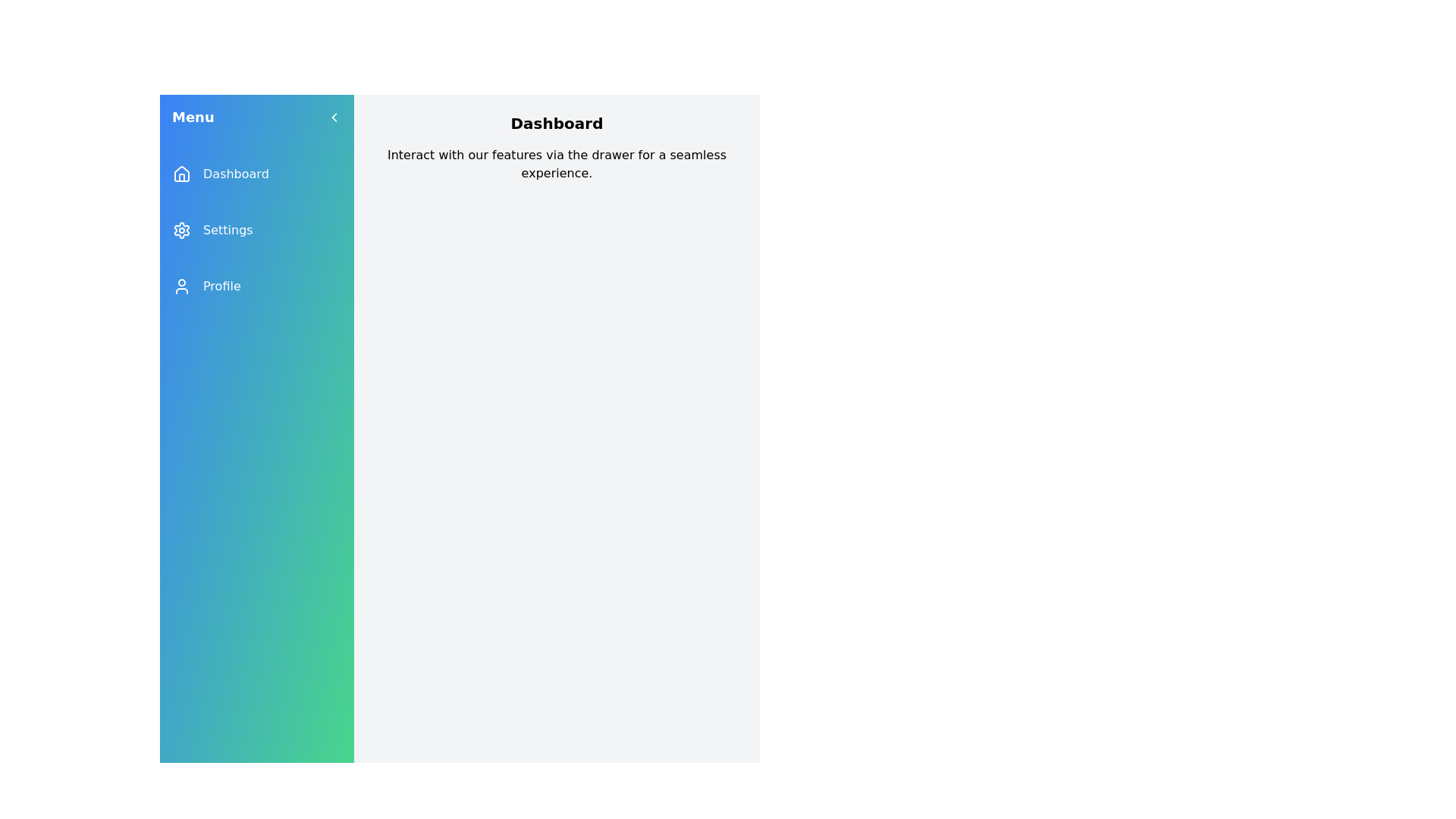  What do you see at coordinates (257, 231) in the screenshot?
I see `the menu item Settings to navigate` at bounding box center [257, 231].